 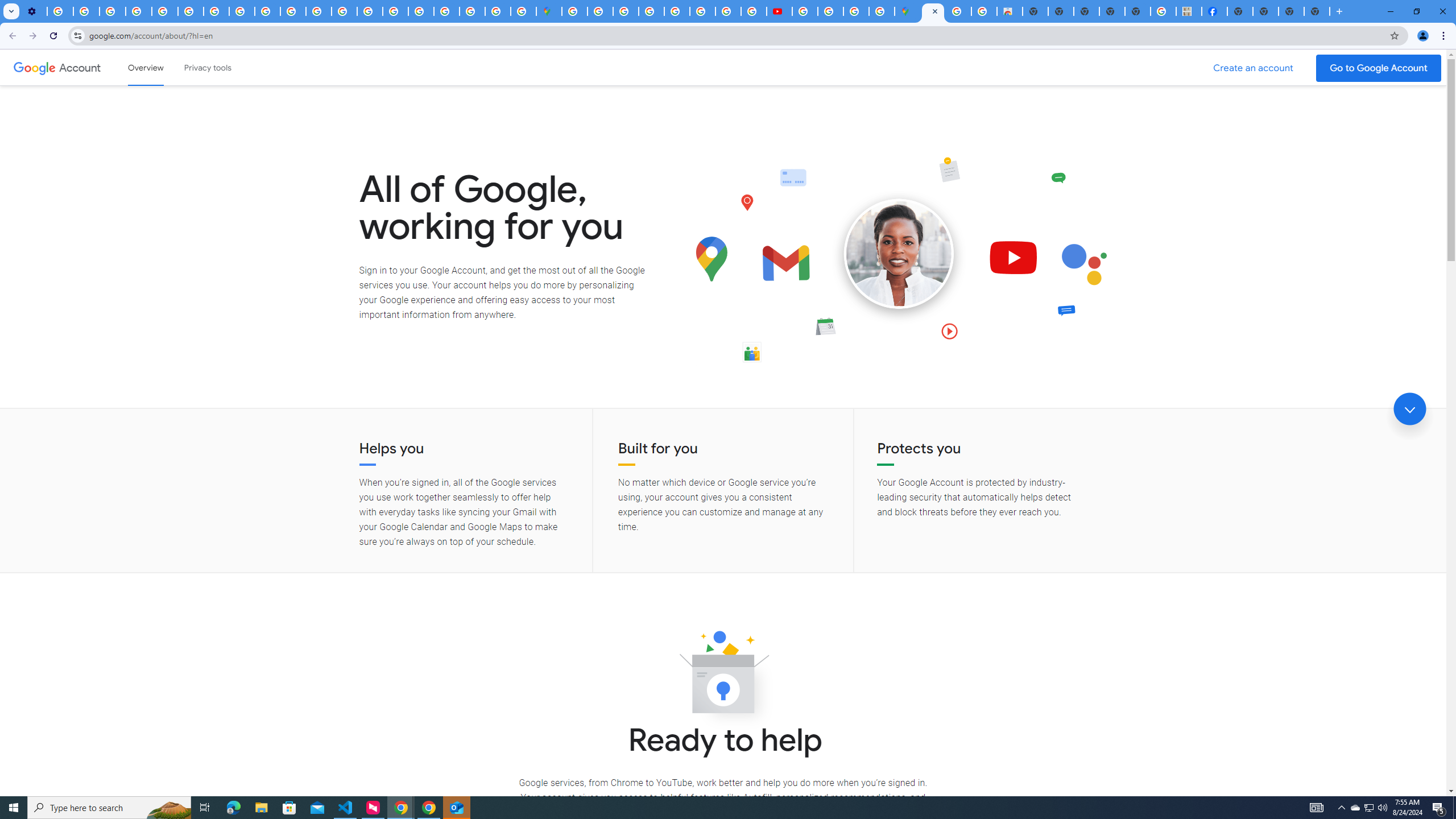 I want to click on 'Go to your Google Account', so click(x=1379, y=68).